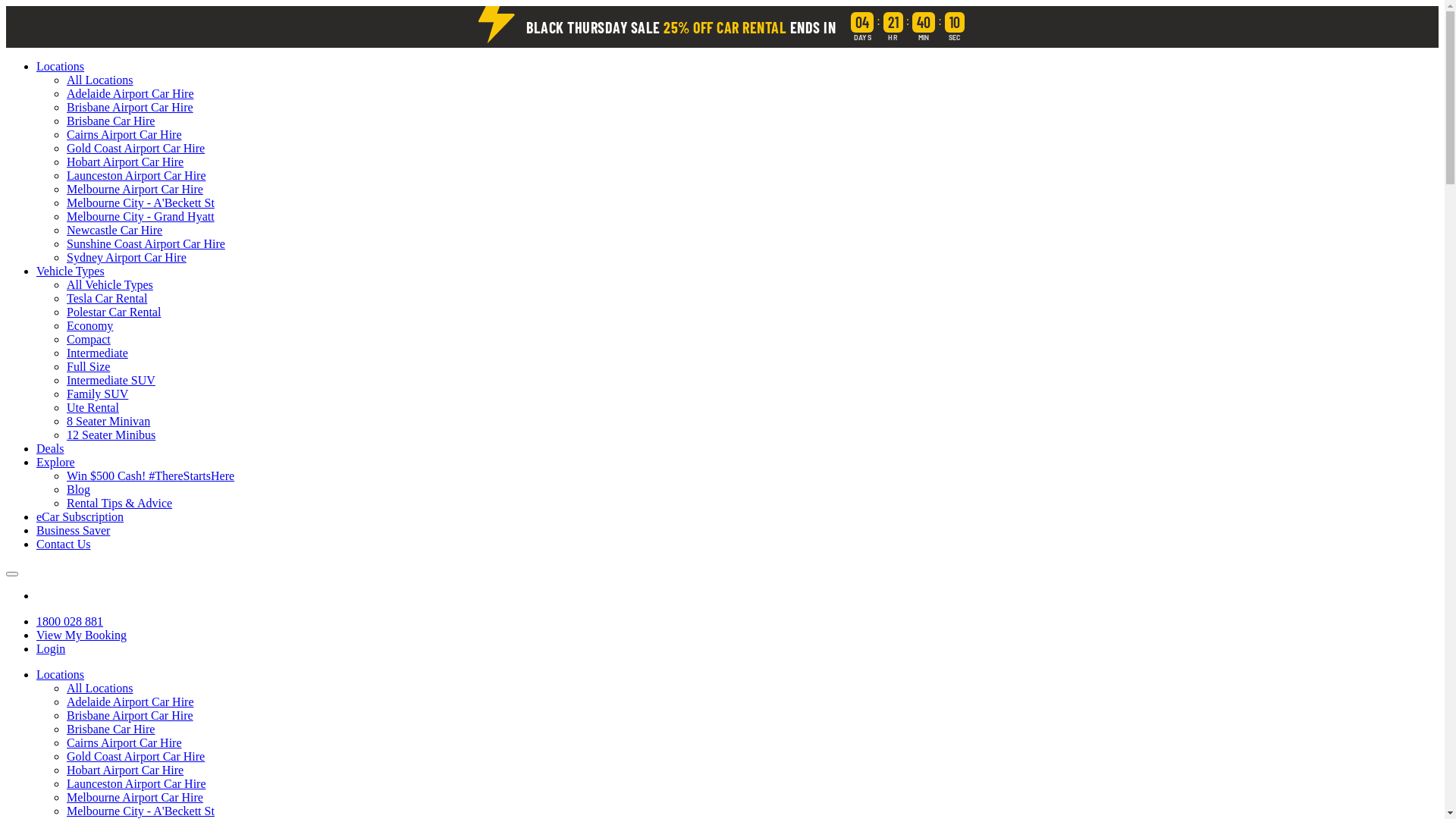 The height and width of the screenshot is (819, 1456). What do you see at coordinates (80, 635) in the screenshot?
I see `'View My Booking'` at bounding box center [80, 635].